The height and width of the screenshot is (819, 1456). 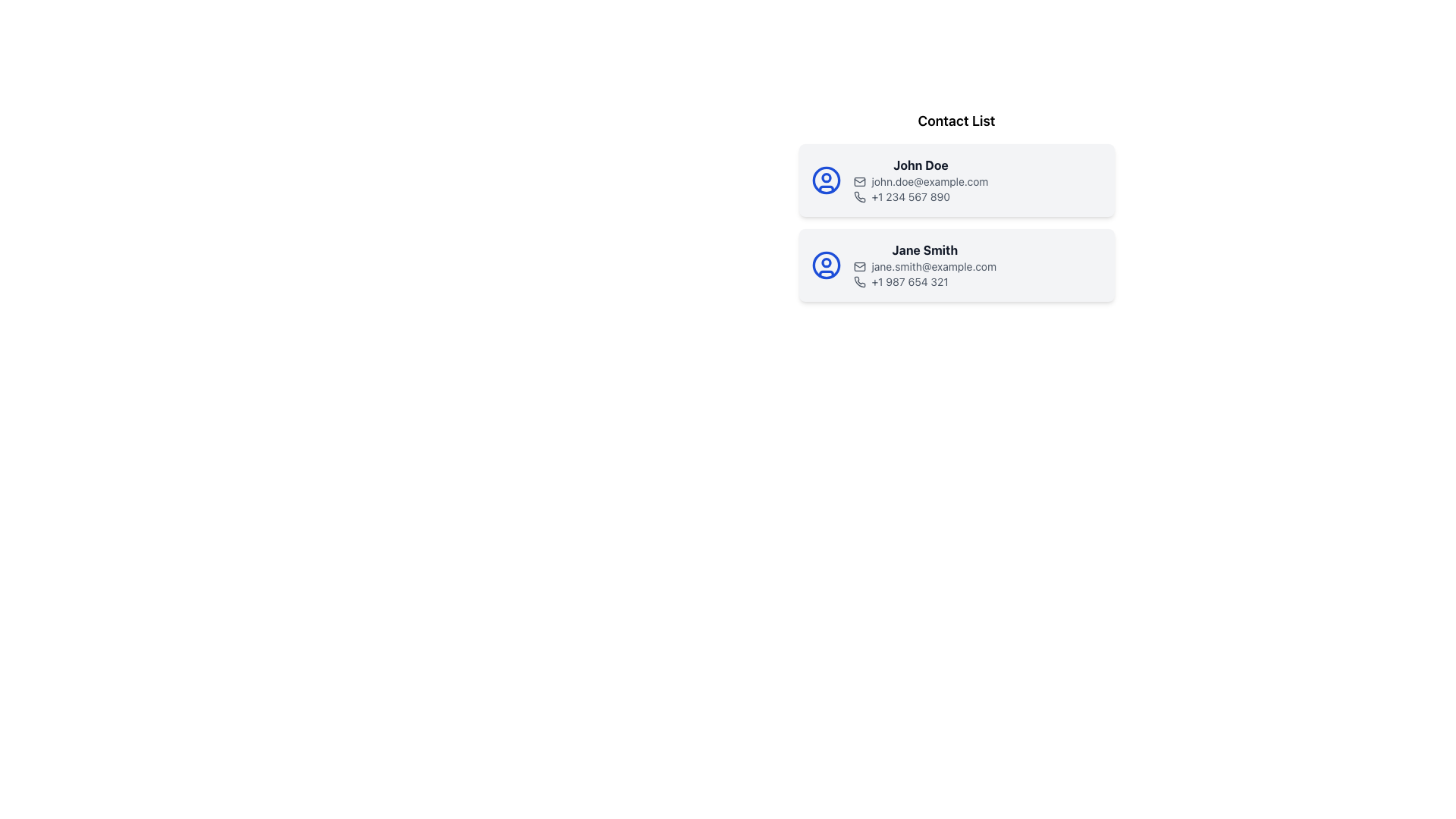 What do you see at coordinates (859, 180) in the screenshot?
I see `the email icon graphic that is part of the envelope icon, which represents email functionality, located beside the name John Doe in the contact list` at bounding box center [859, 180].